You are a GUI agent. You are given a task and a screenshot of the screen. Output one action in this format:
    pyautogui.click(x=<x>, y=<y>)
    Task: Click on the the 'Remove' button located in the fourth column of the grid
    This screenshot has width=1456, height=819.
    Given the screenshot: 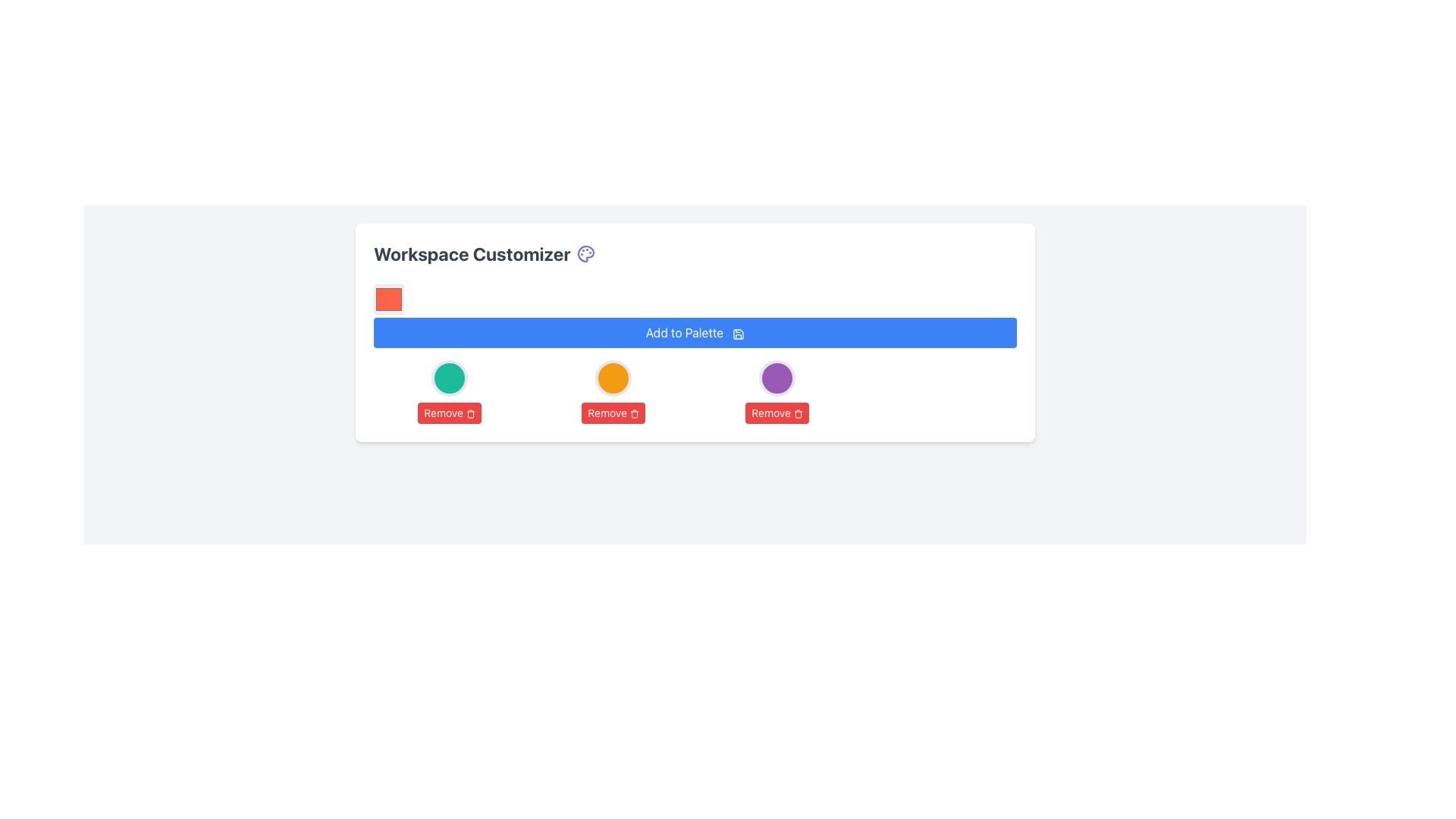 What is the action you would take?
    pyautogui.click(x=777, y=391)
    